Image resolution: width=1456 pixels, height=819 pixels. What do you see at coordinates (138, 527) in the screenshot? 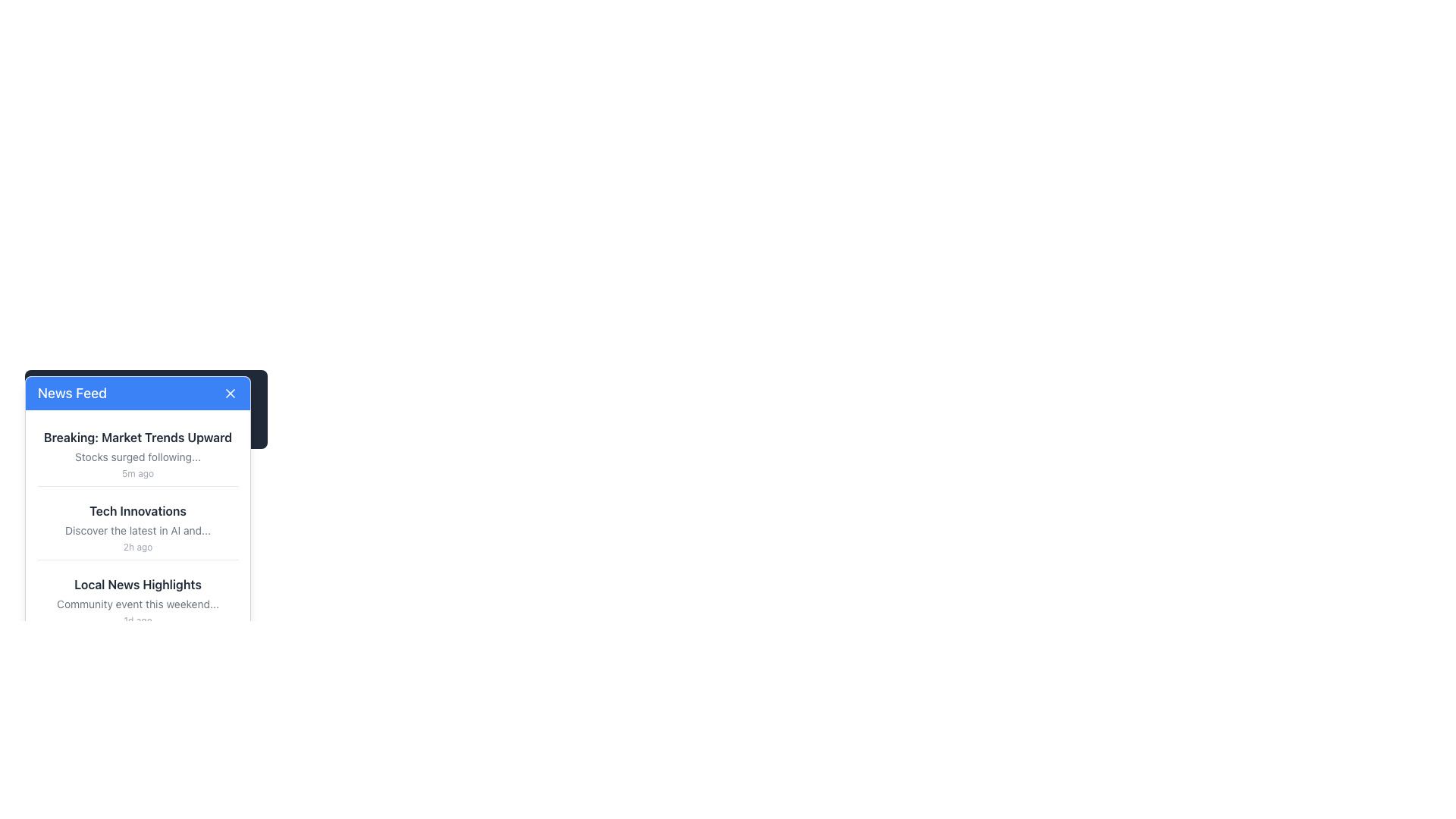
I see `the list item titled 'Tech Innovations'` at bounding box center [138, 527].